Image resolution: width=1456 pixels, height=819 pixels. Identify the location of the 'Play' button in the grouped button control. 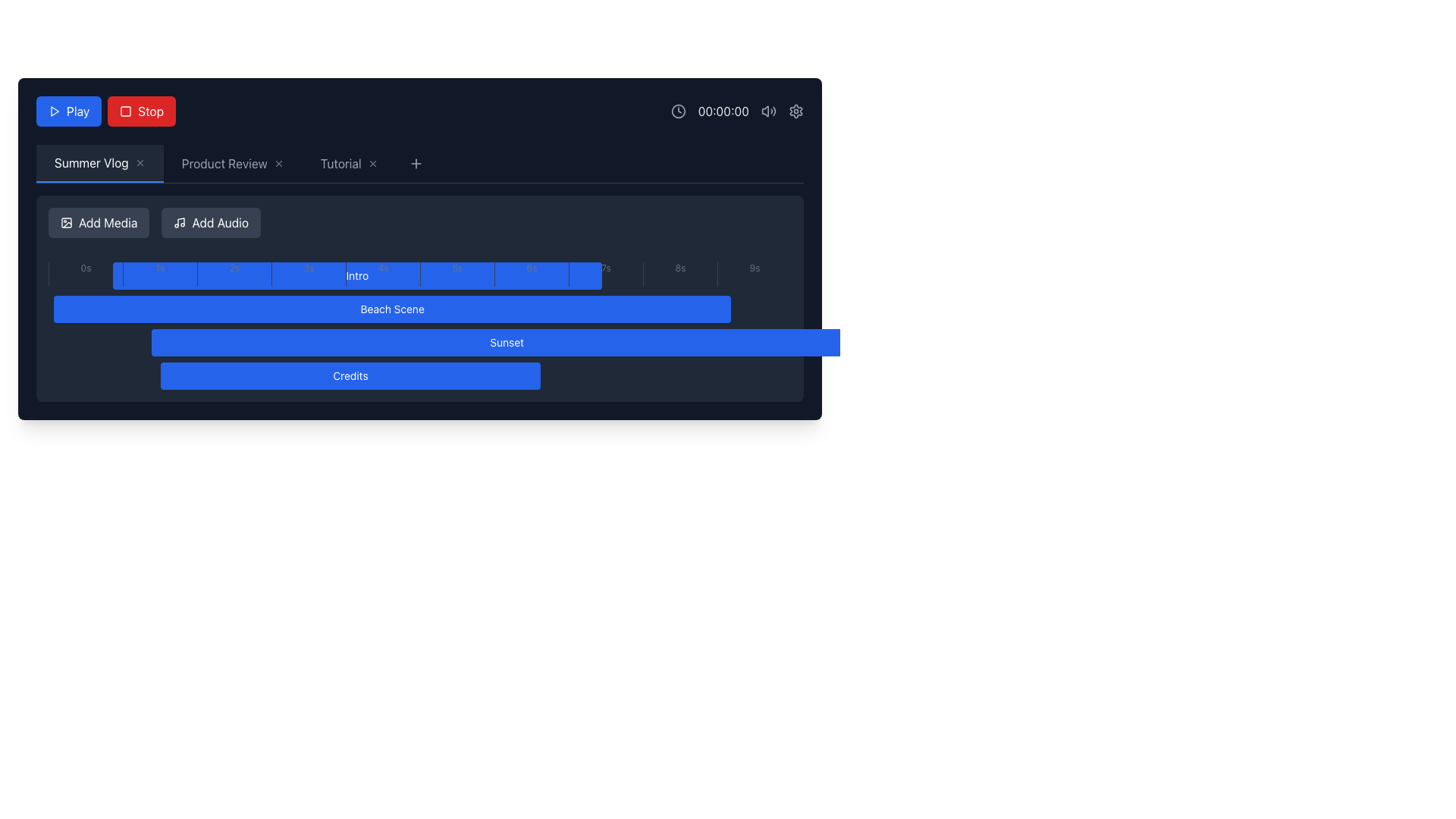
(105, 110).